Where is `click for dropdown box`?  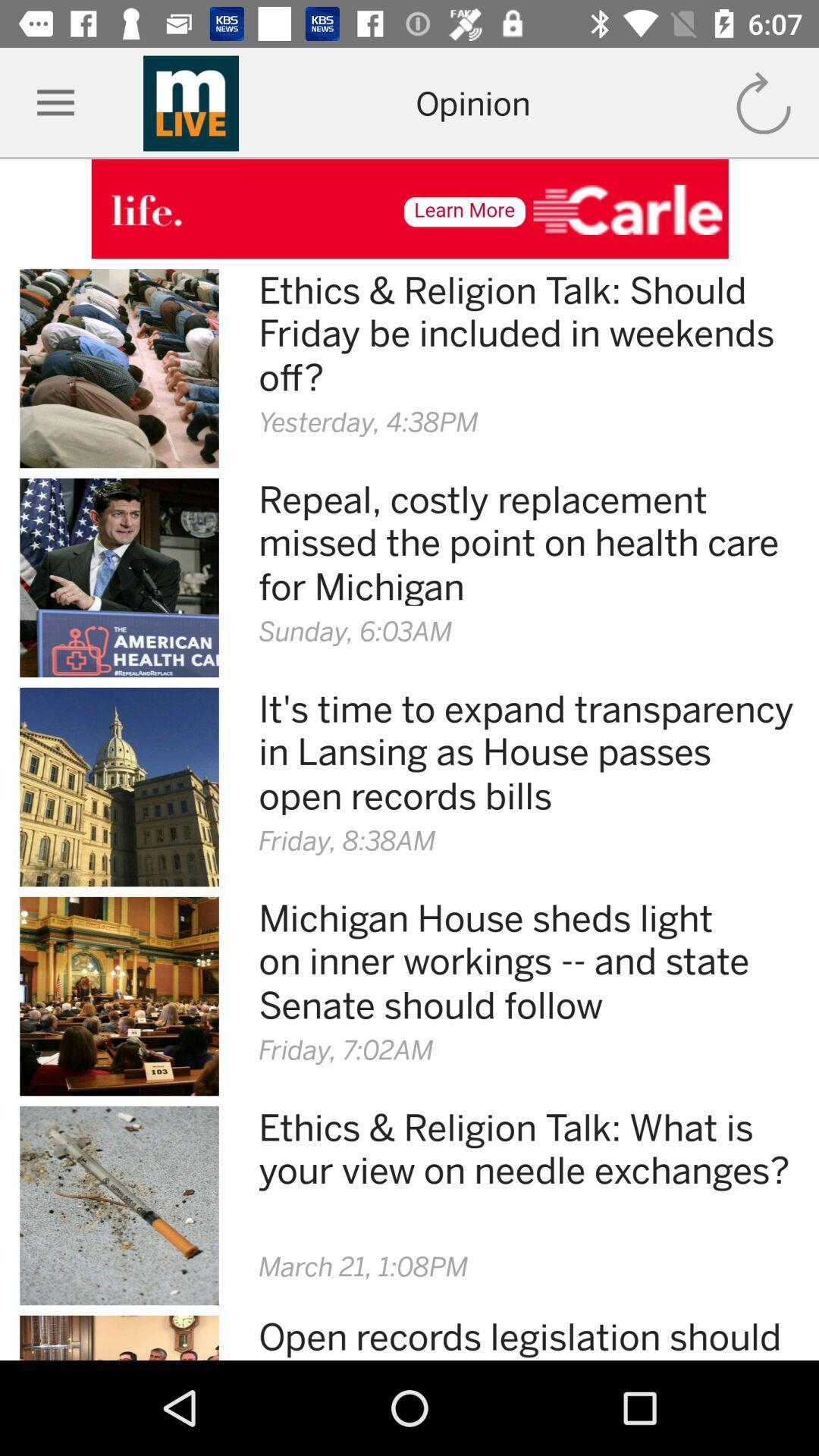 click for dropdown box is located at coordinates (55, 102).